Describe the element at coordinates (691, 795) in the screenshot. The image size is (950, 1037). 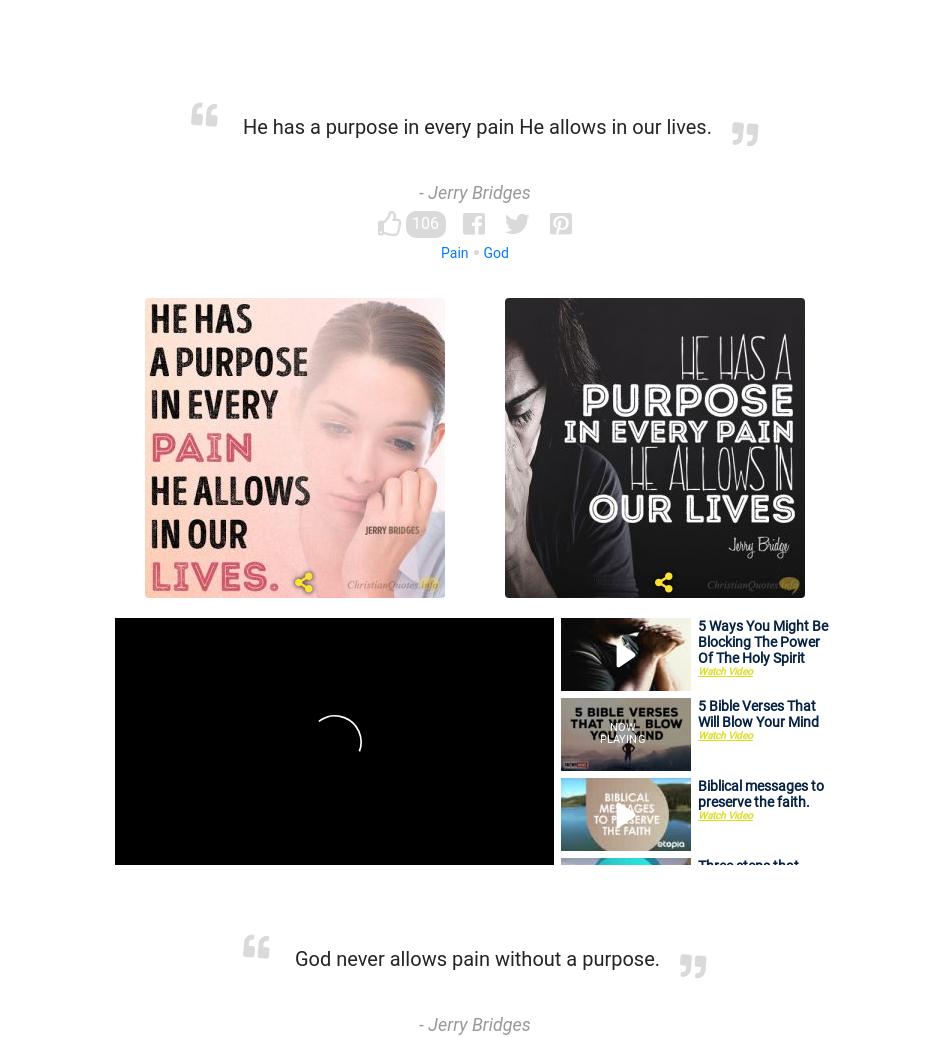
I see `'81'` at that location.